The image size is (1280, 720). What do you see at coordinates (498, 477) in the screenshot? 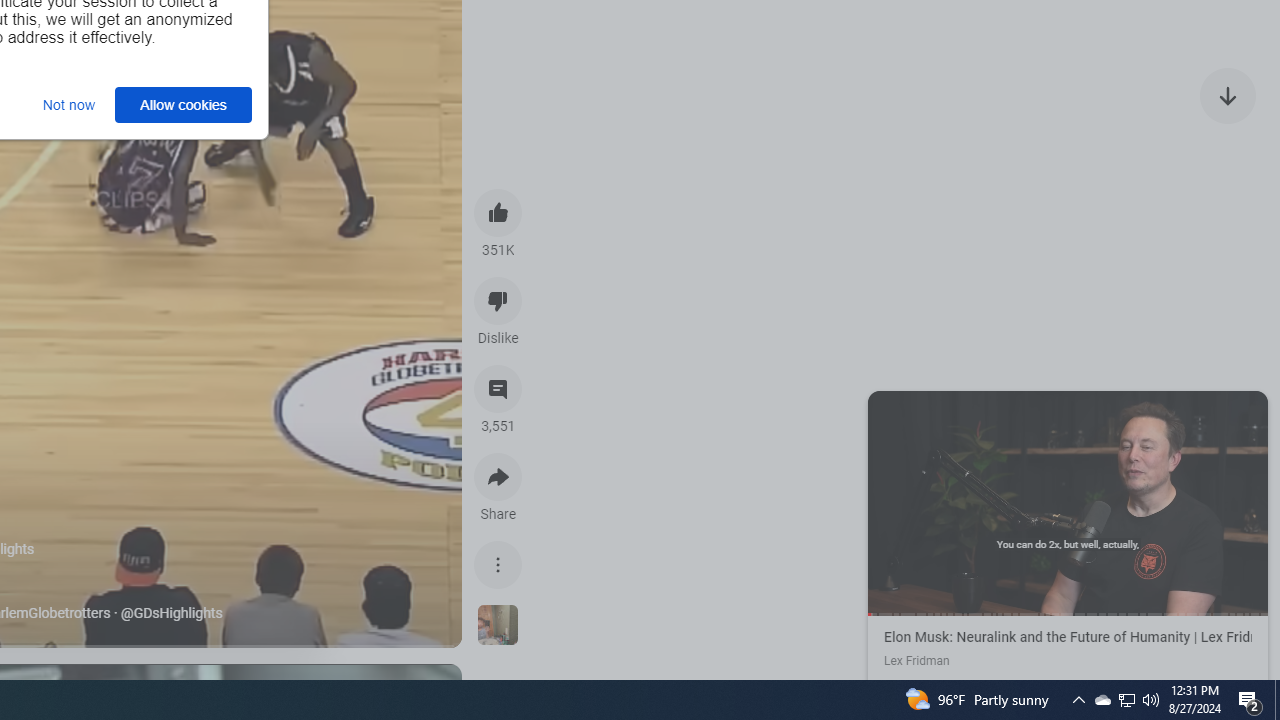
I see `'Share'` at bounding box center [498, 477].